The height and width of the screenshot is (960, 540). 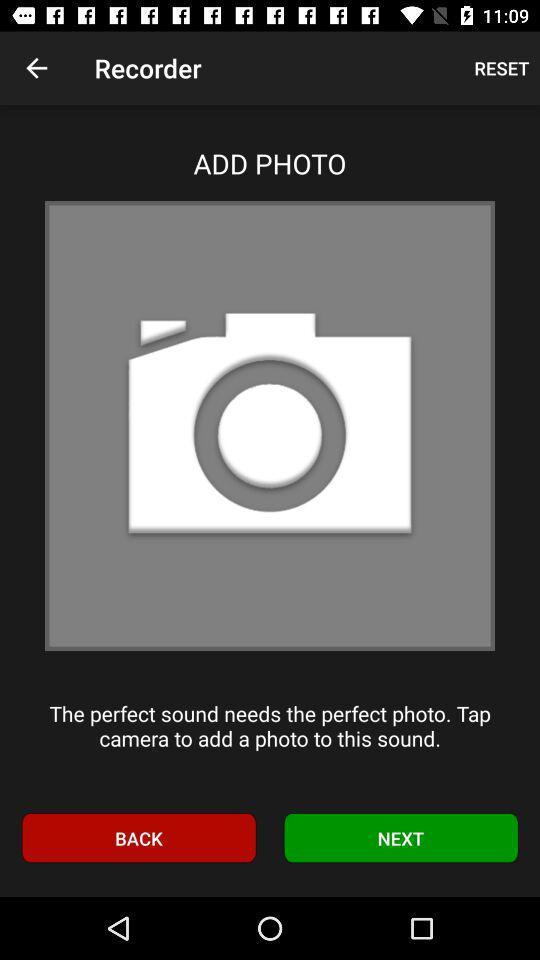 I want to click on photo to sound, so click(x=270, y=425).